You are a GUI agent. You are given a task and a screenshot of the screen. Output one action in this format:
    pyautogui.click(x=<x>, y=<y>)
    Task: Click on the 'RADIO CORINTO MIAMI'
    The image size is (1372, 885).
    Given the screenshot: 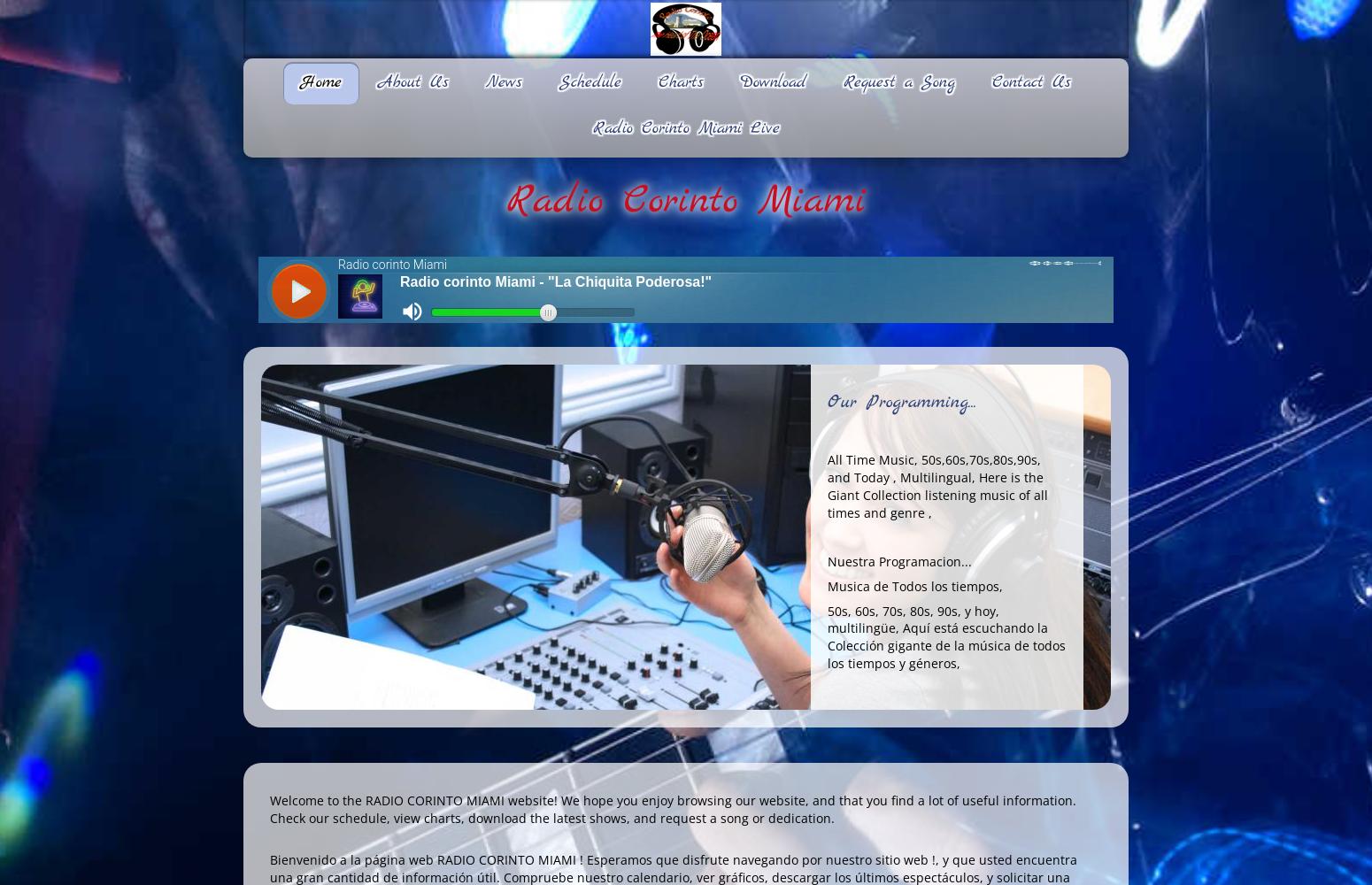 What is the action you would take?
    pyautogui.click(x=506, y=858)
    